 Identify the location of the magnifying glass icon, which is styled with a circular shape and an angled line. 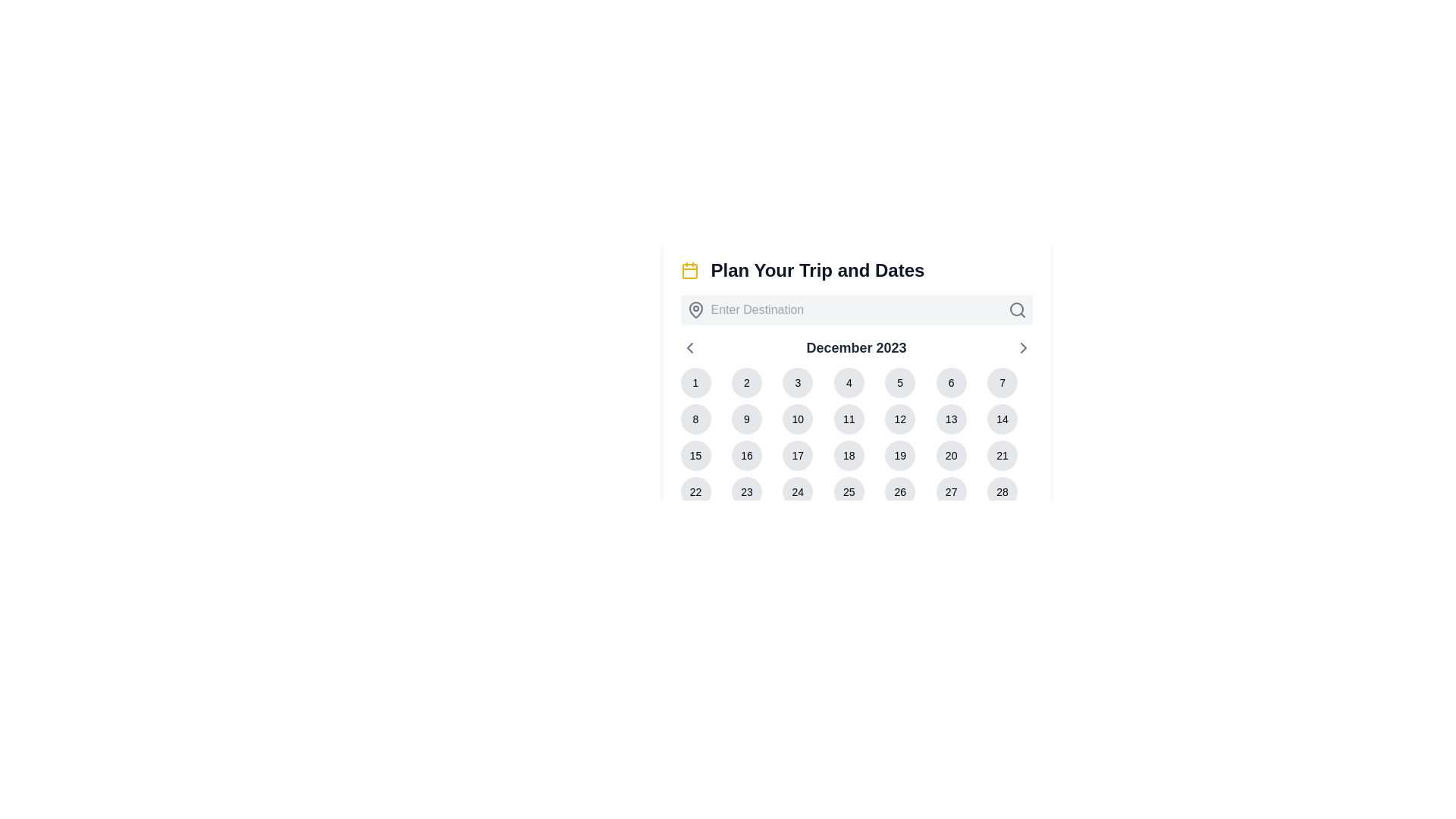
(1017, 309).